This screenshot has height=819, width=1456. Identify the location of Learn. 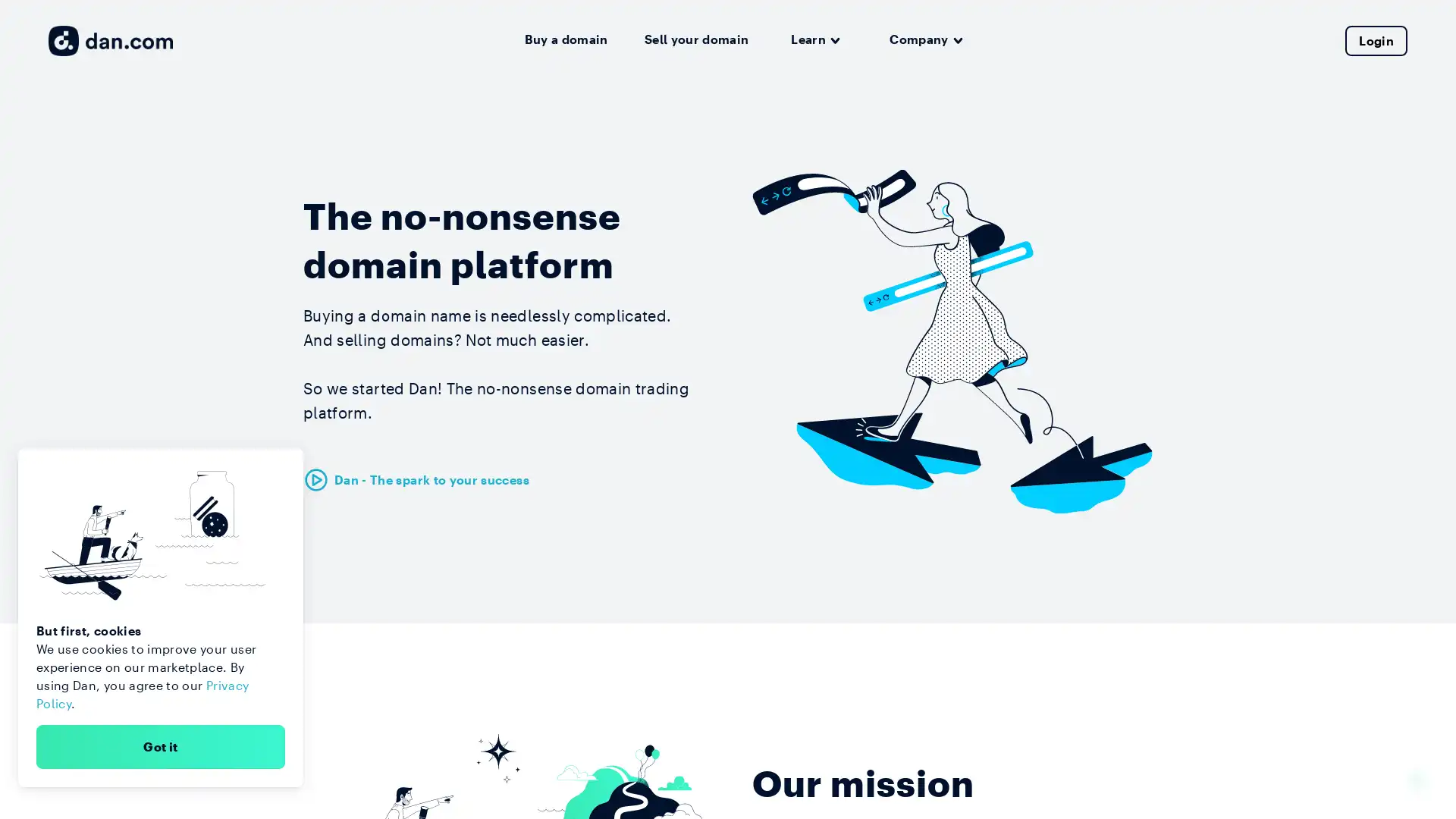
(814, 39).